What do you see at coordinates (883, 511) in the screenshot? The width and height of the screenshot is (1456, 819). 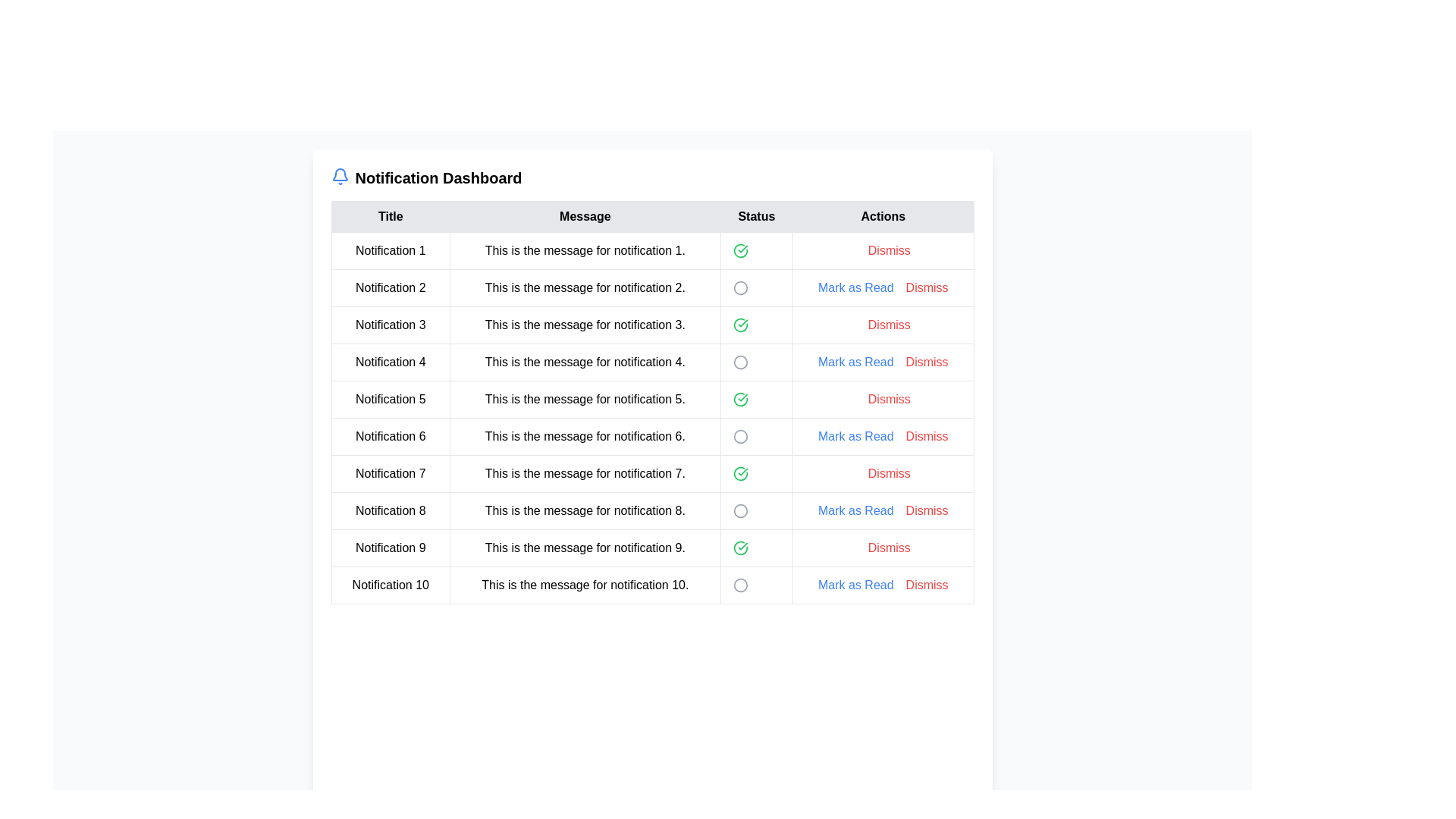 I see `the 'Mark as Read' hyperlink button located in the 'Actions' column of the 'Notification 8' row` at bounding box center [883, 511].